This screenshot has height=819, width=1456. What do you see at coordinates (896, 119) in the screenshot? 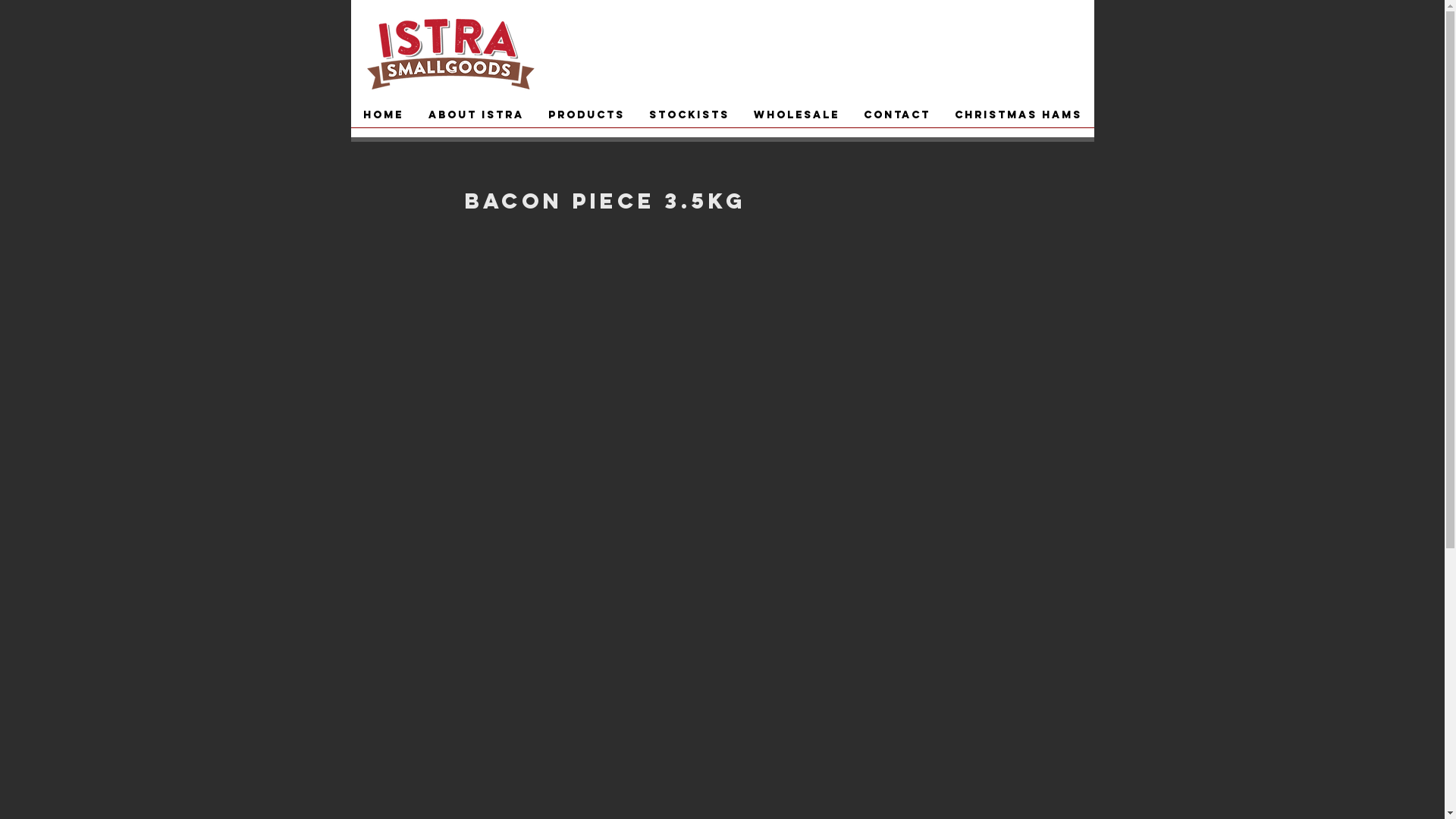
I see `'CONTACT'` at bounding box center [896, 119].